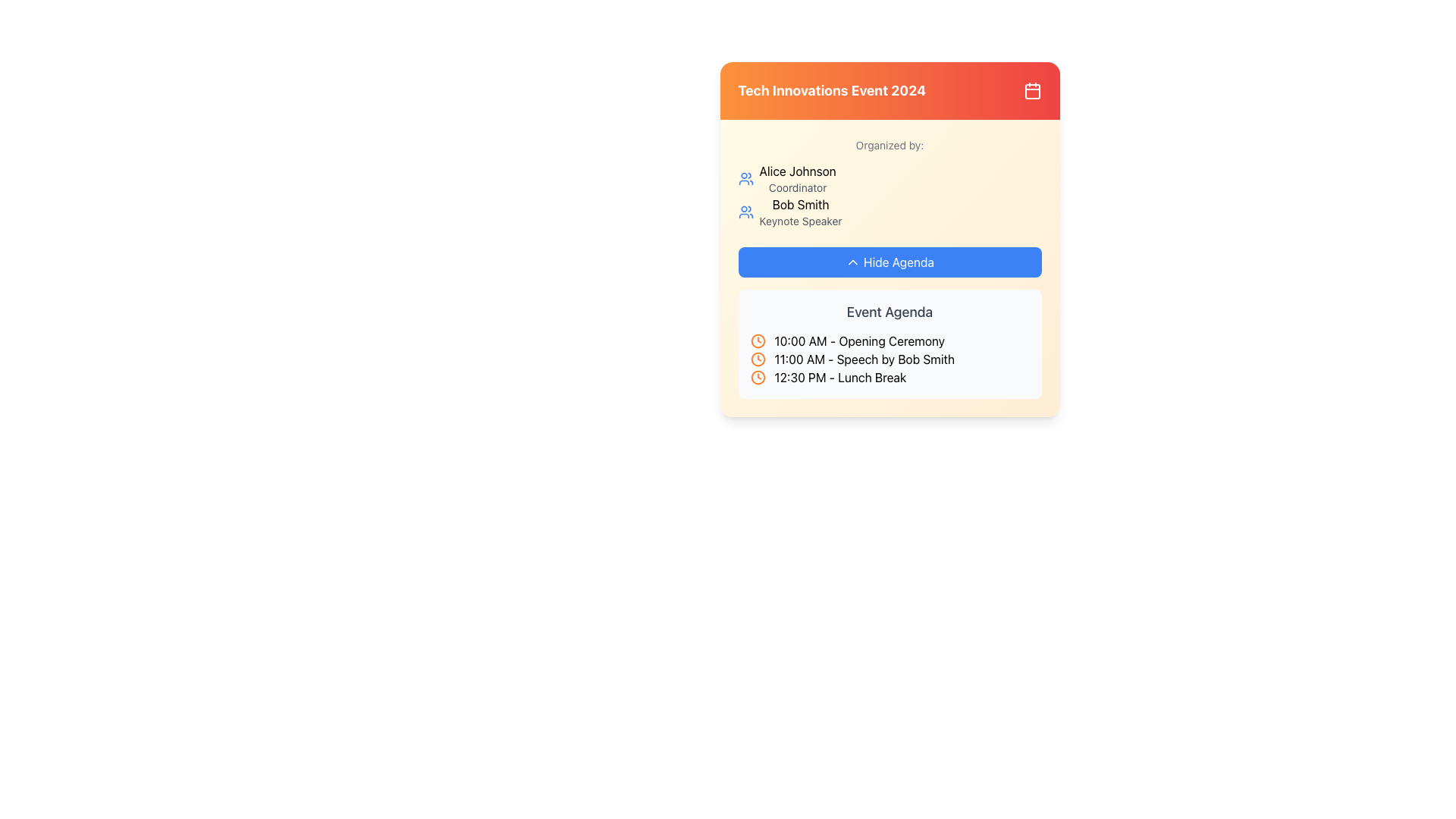 The image size is (1456, 819). I want to click on the informational text and graphic icon representing the scheduled lunch break at 12:30 PM, which is the third item in the Event Agenda section, so click(890, 376).